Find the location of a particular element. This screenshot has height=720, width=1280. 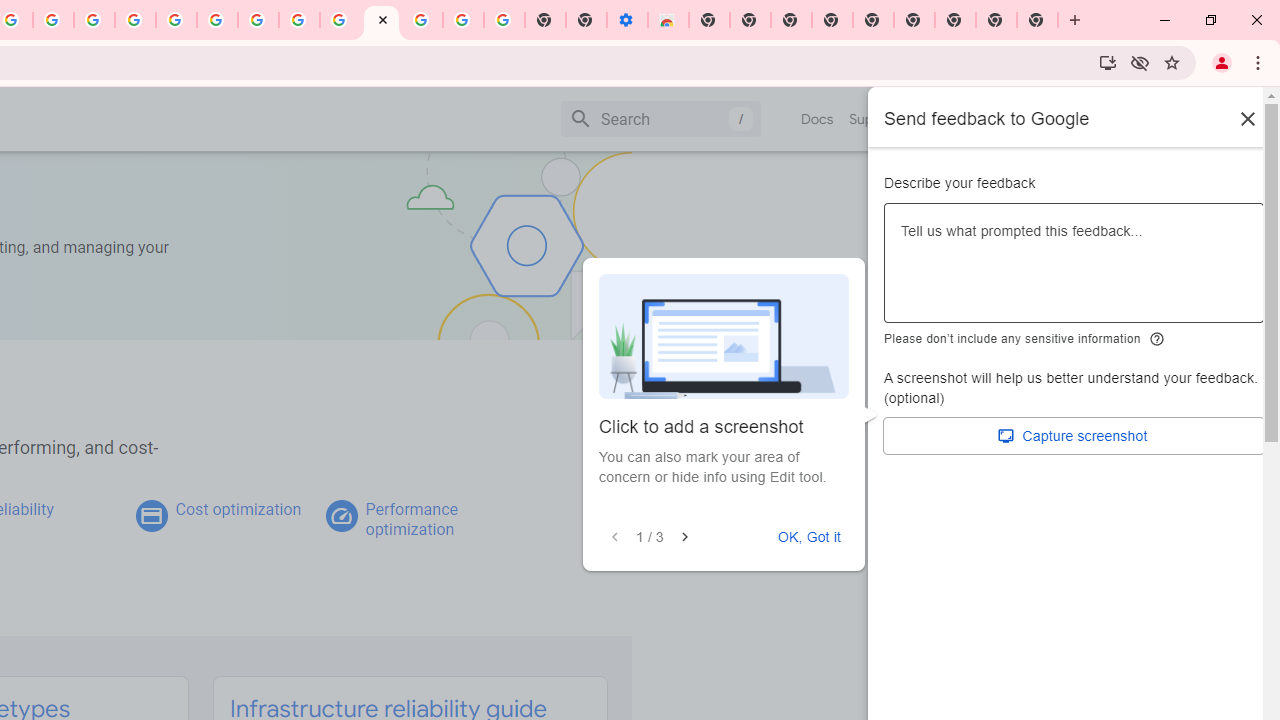

'Support' is located at coordinates (874, 119).